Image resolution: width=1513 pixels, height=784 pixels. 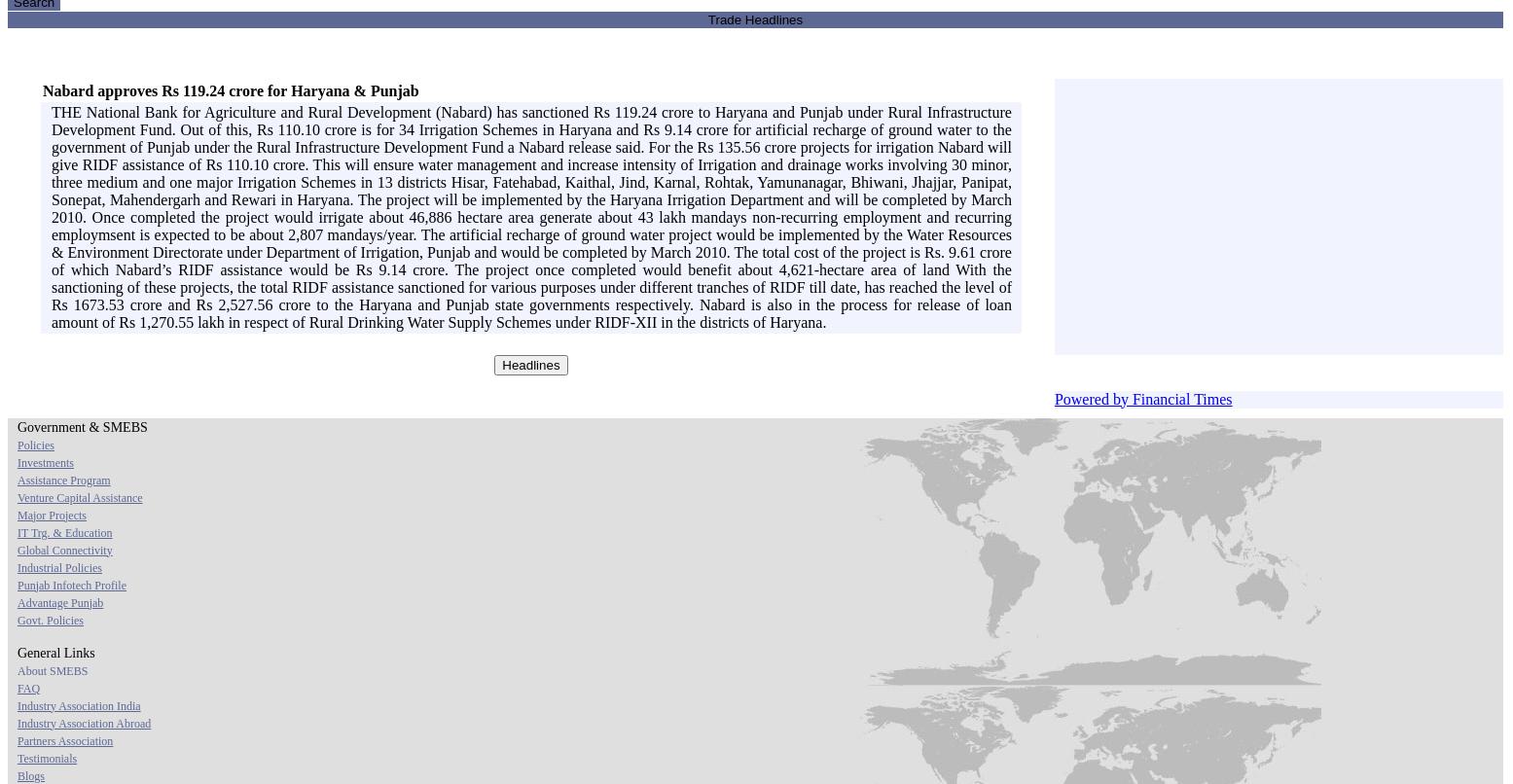 What do you see at coordinates (58, 566) in the screenshot?
I see `'Industrial Policies'` at bounding box center [58, 566].